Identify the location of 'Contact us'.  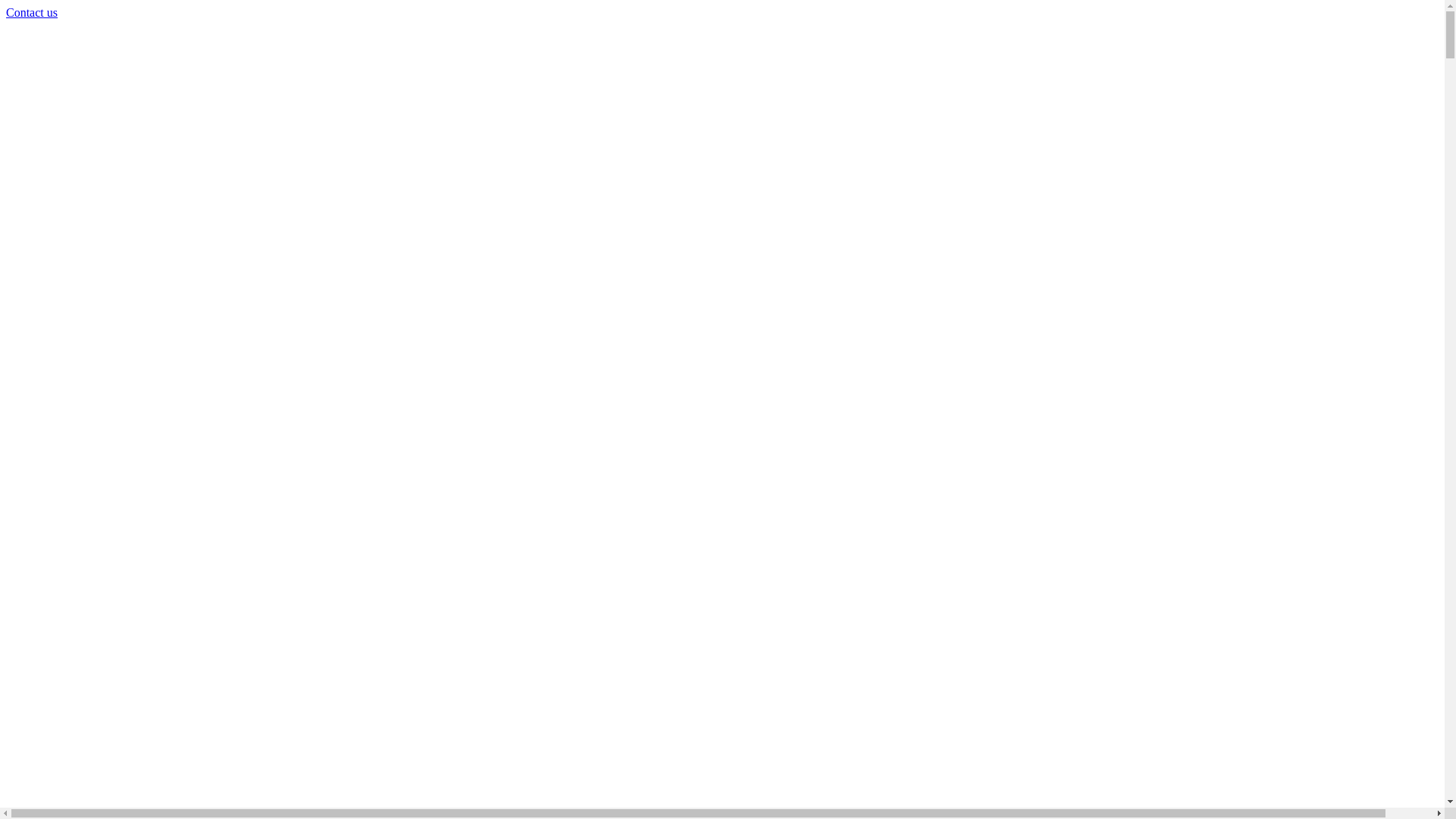
(32, 12).